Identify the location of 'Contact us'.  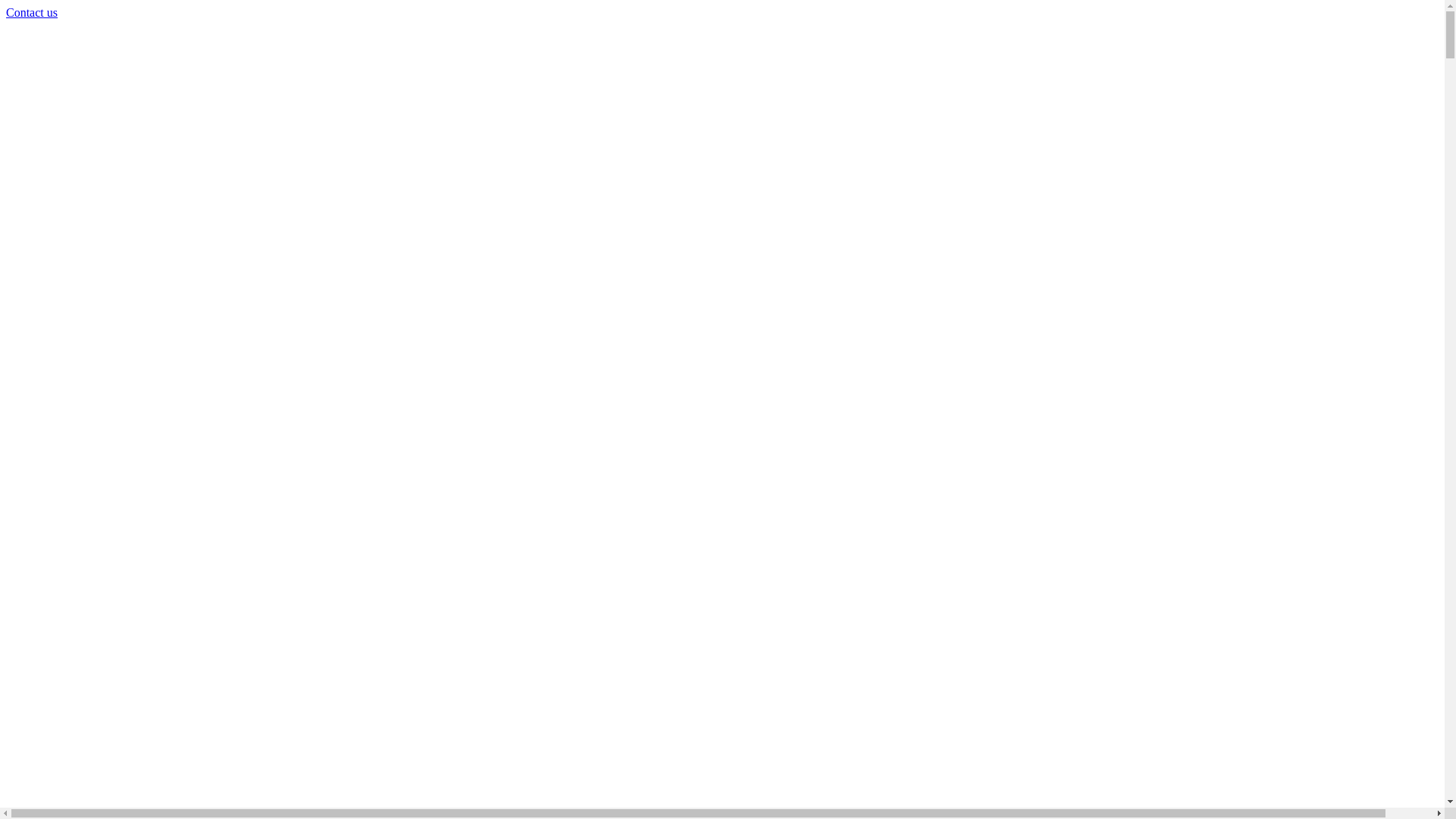
(32, 12).